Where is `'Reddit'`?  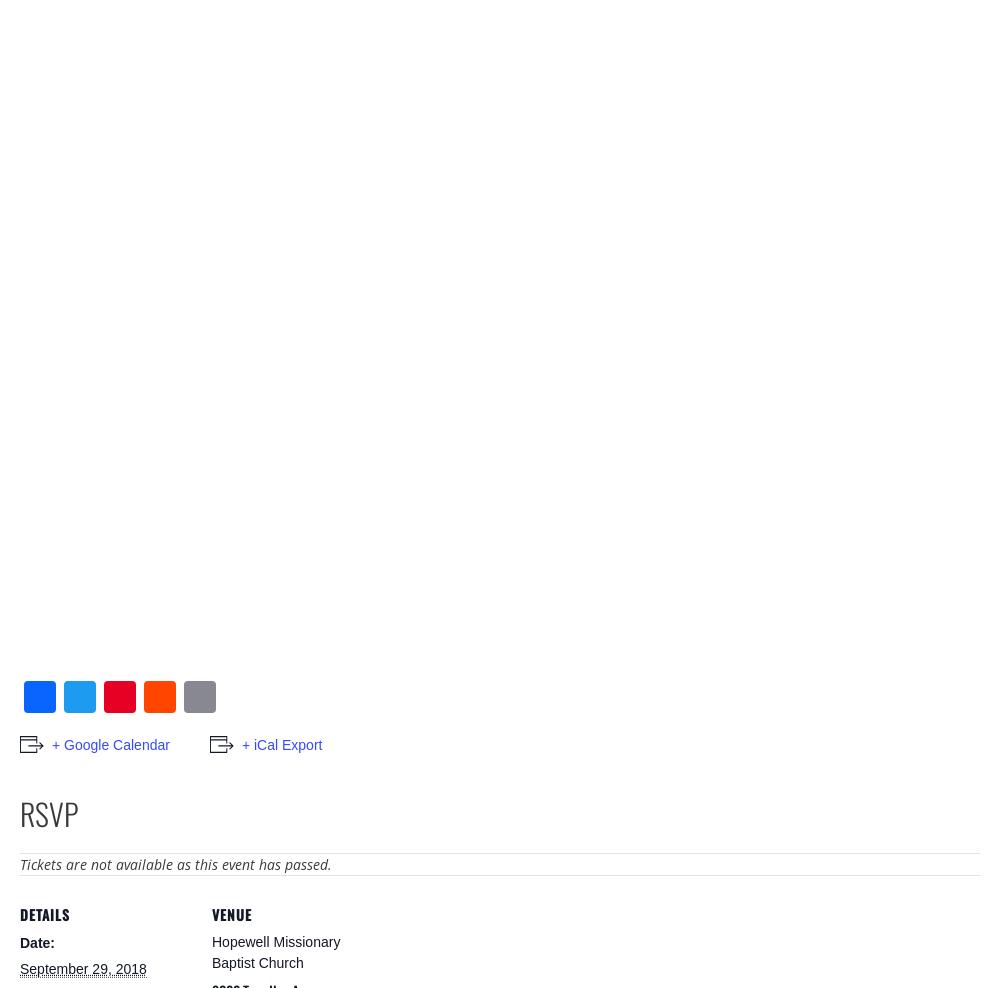 'Reddit' is located at coordinates (191, 727).